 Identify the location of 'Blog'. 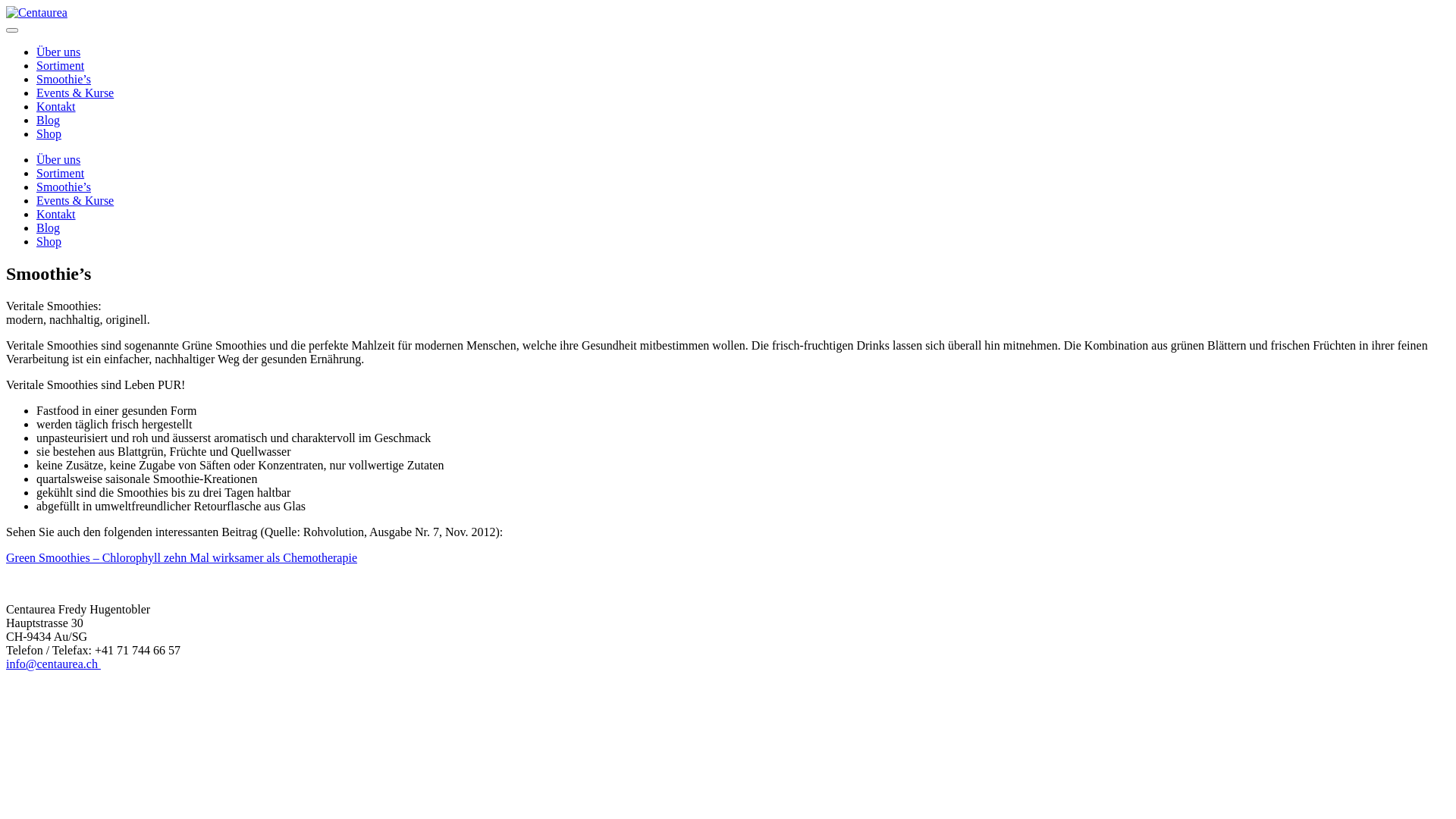
(36, 119).